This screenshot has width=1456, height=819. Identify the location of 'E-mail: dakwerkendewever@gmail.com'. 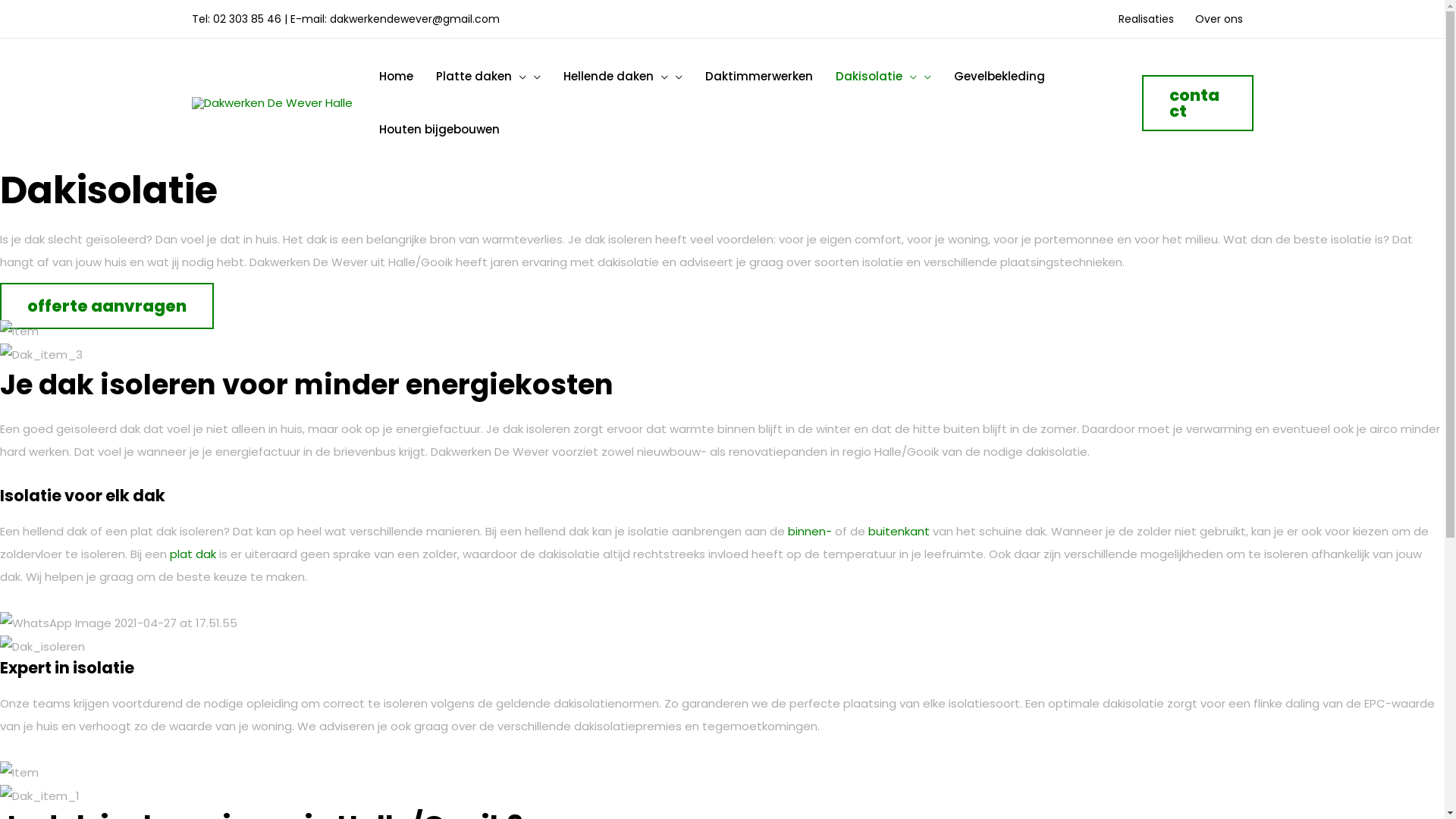
(290, 18).